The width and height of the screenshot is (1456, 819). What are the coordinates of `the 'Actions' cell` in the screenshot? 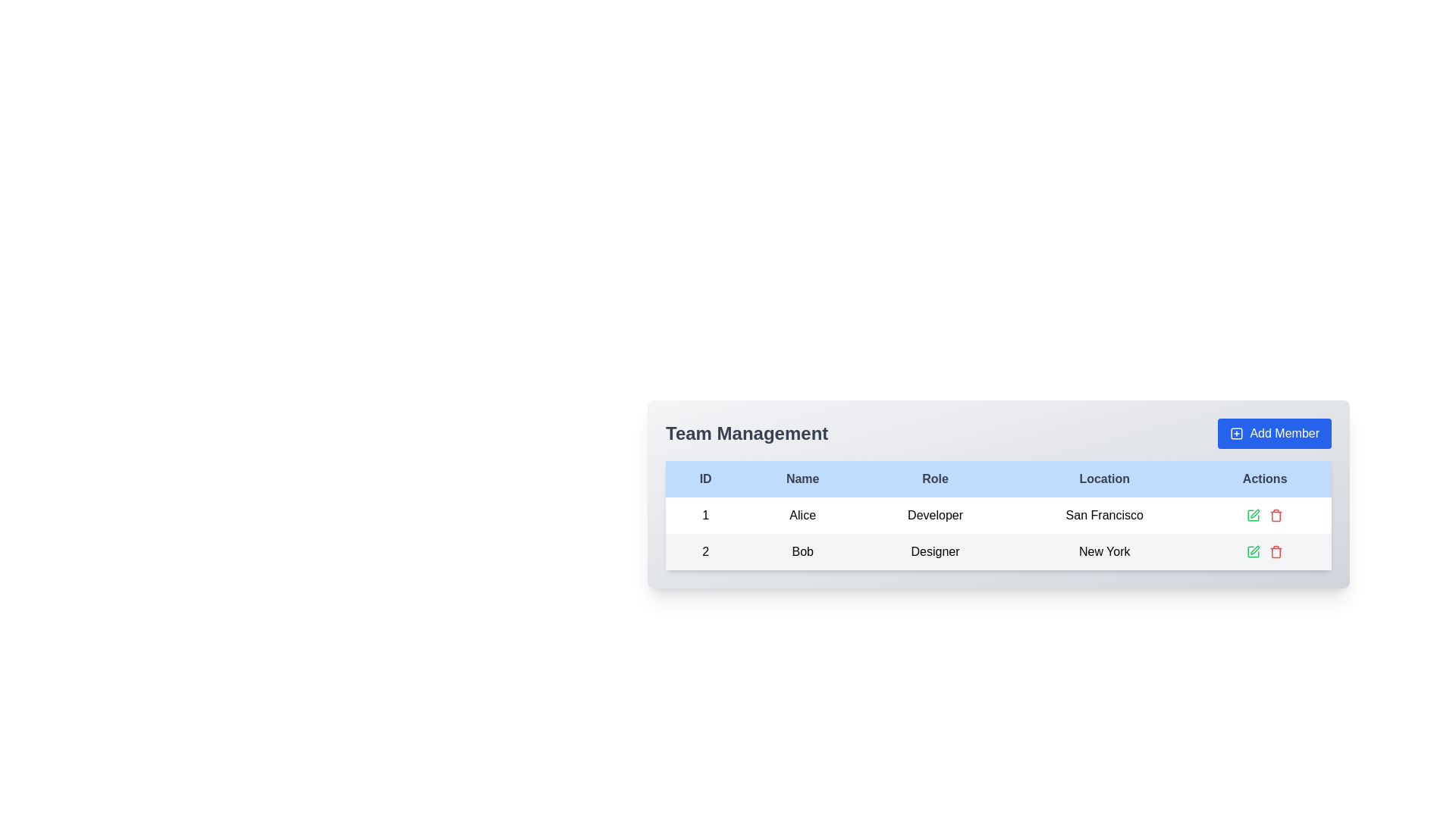 It's located at (1265, 514).